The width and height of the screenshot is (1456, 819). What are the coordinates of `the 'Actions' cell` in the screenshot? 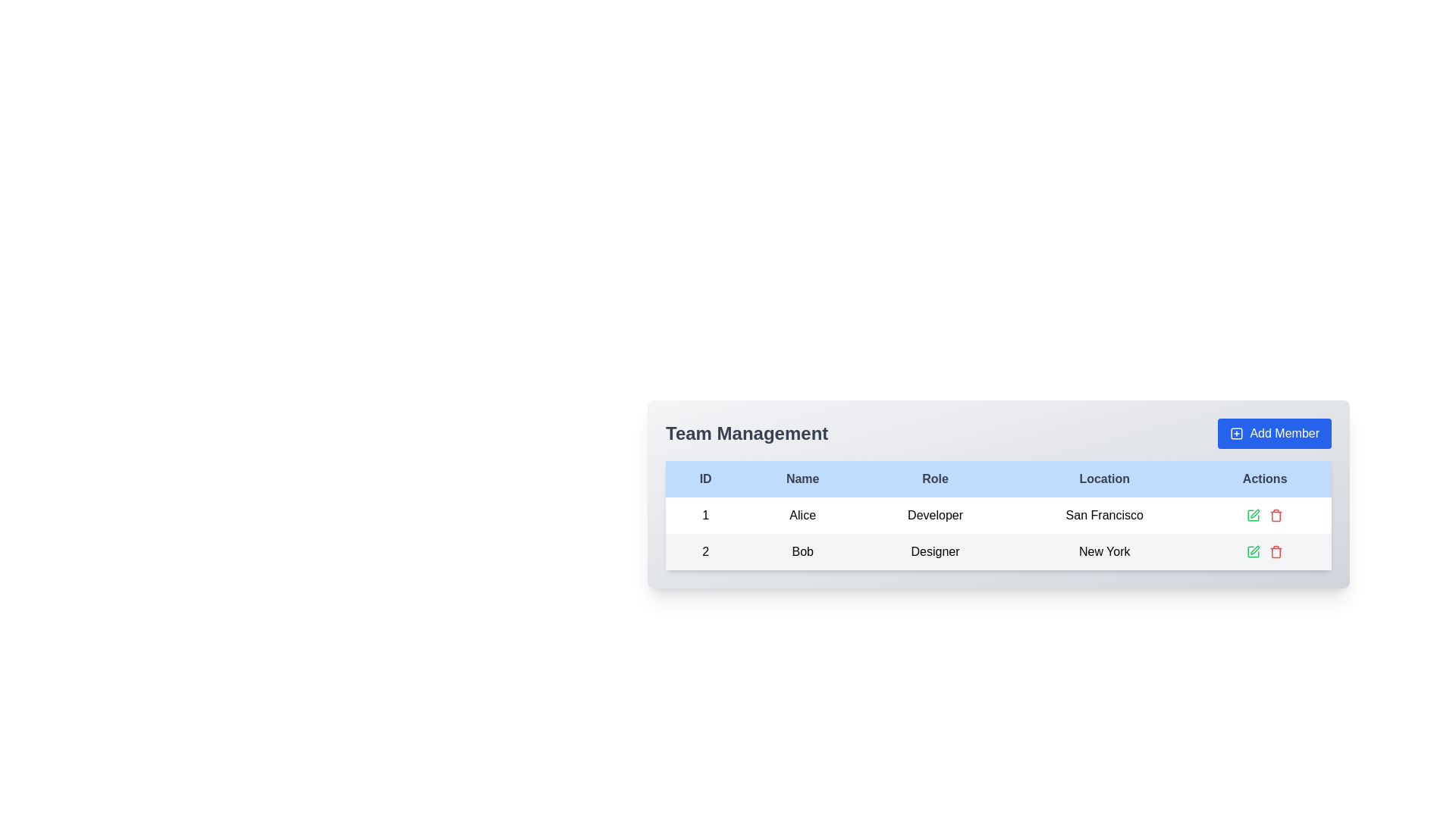 It's located at (1265, 514).